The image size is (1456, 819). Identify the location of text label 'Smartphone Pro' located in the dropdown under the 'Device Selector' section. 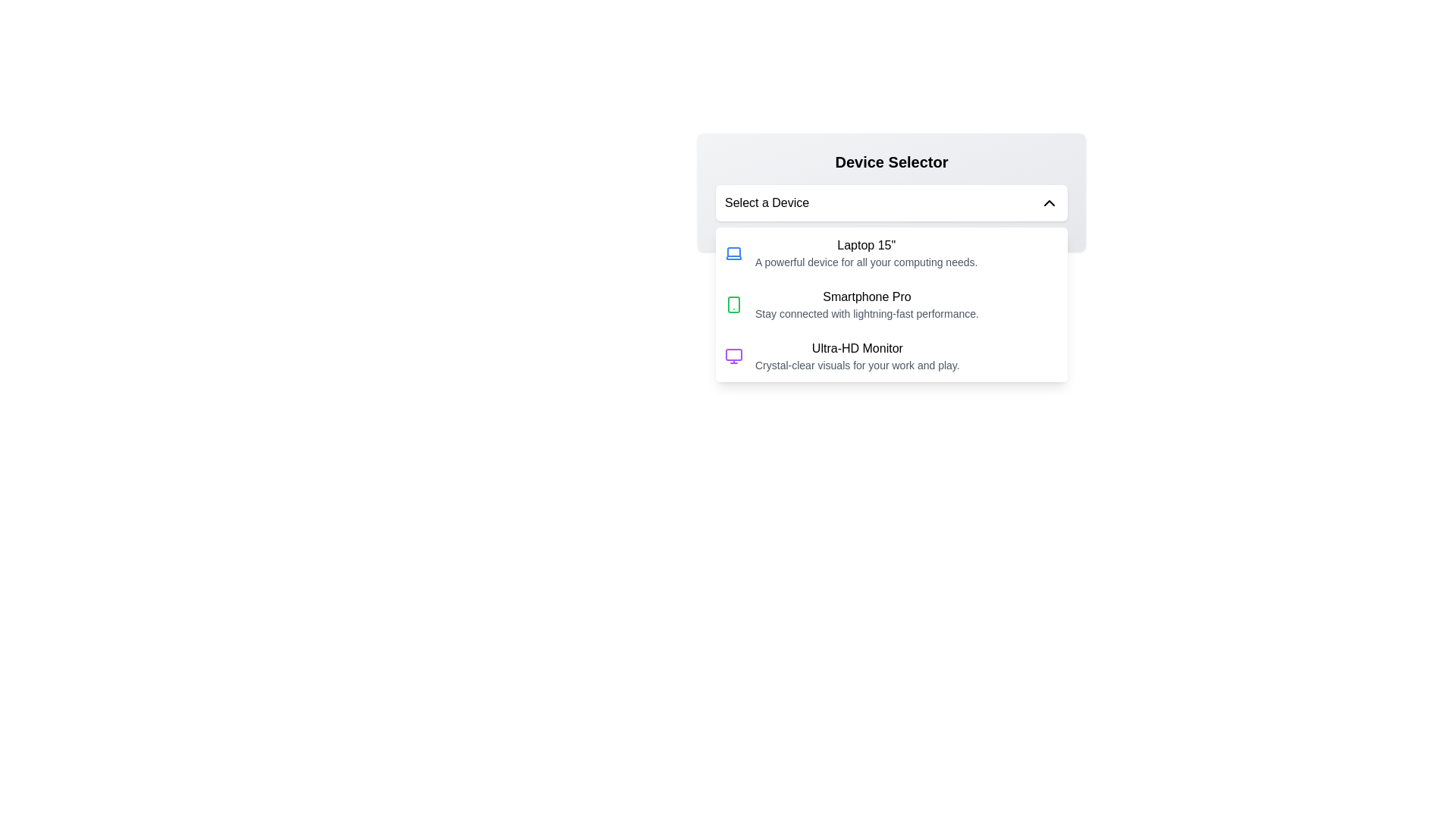
(867, 297).